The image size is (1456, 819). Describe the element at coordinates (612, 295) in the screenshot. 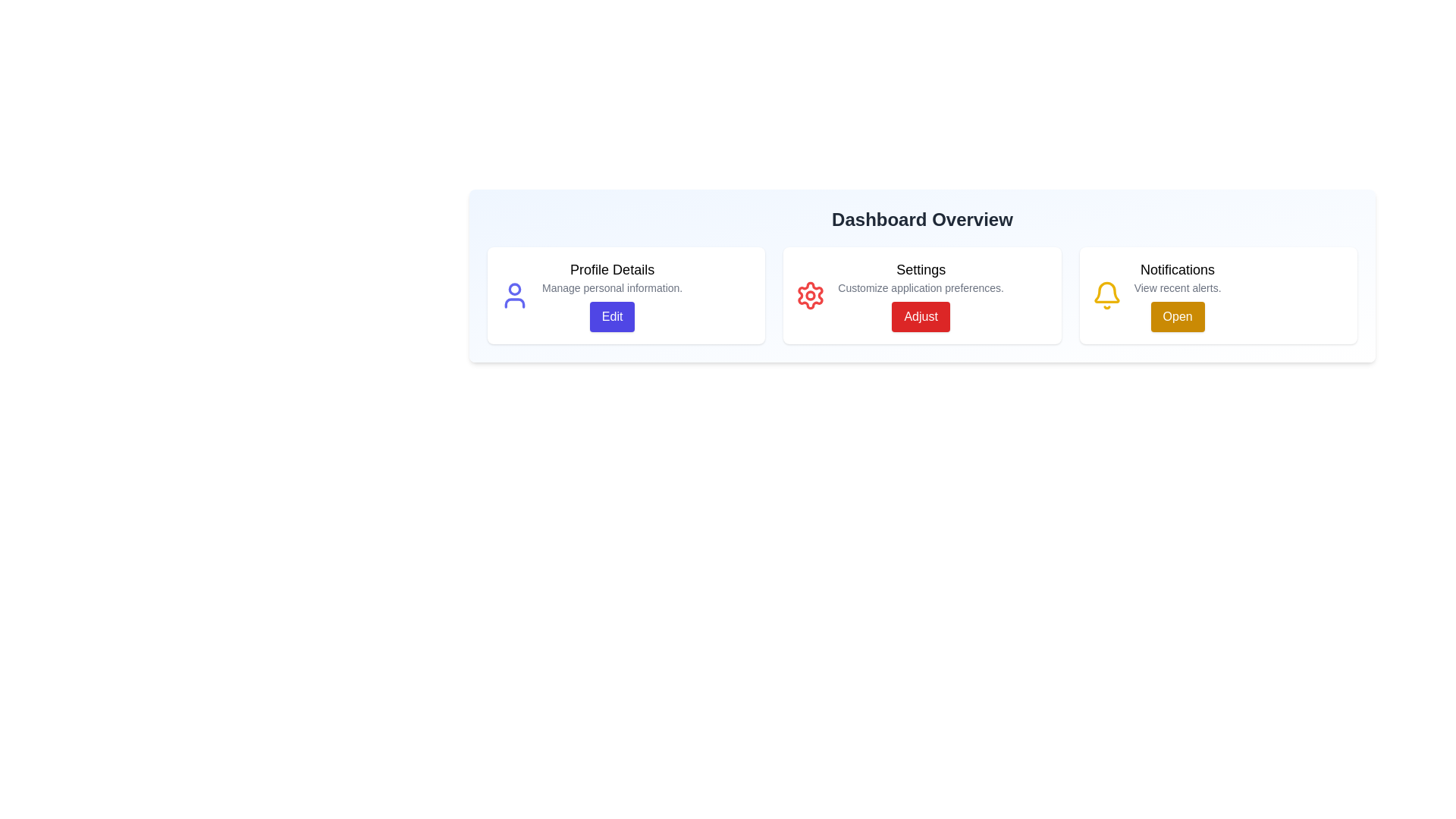

I see `the 'Edit' button in the profile details section of the dashboard to initiate editing of personal information` at that location.